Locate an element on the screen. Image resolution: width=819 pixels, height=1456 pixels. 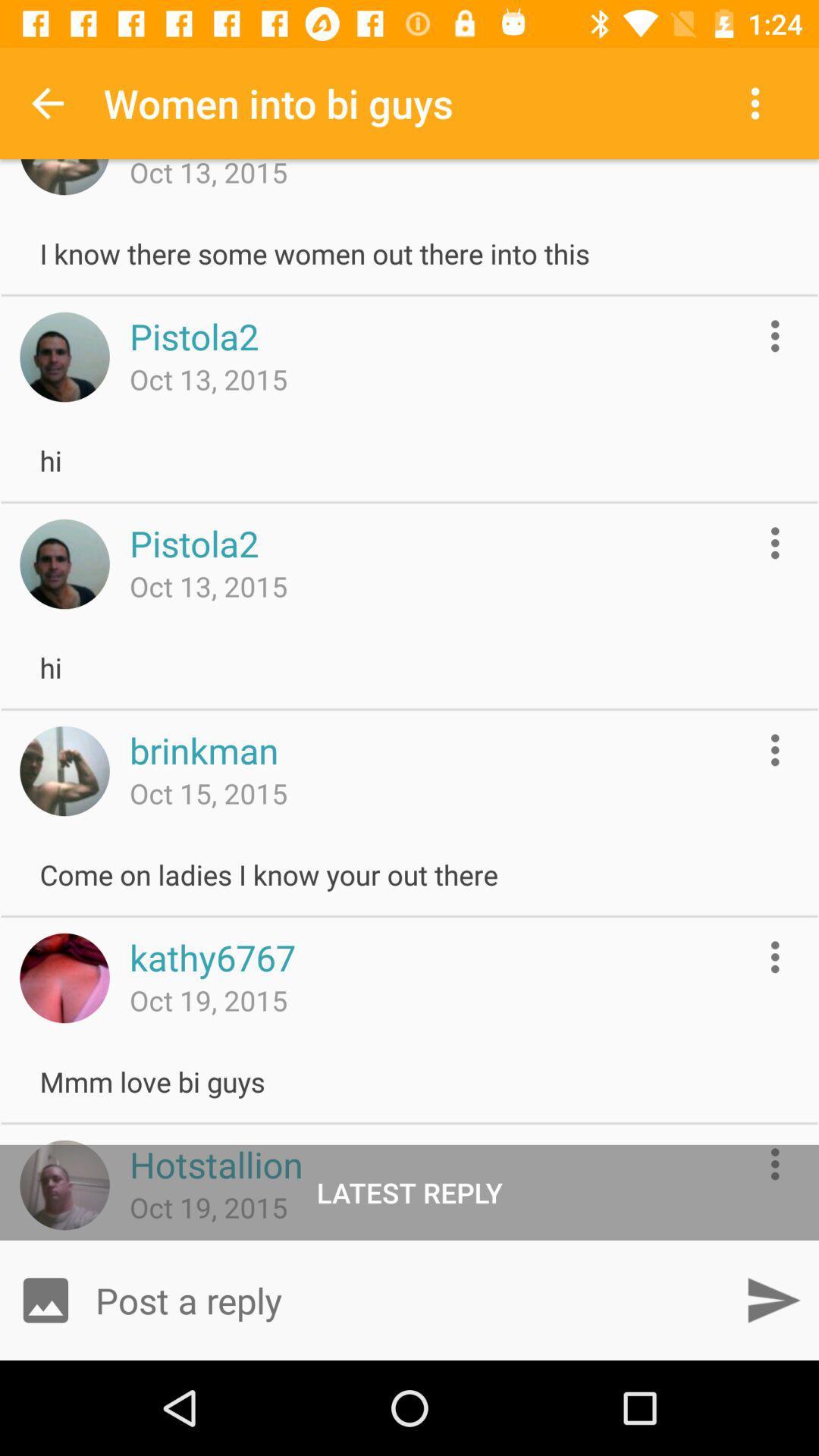
open message options menu is located at coordinates (775, 750).